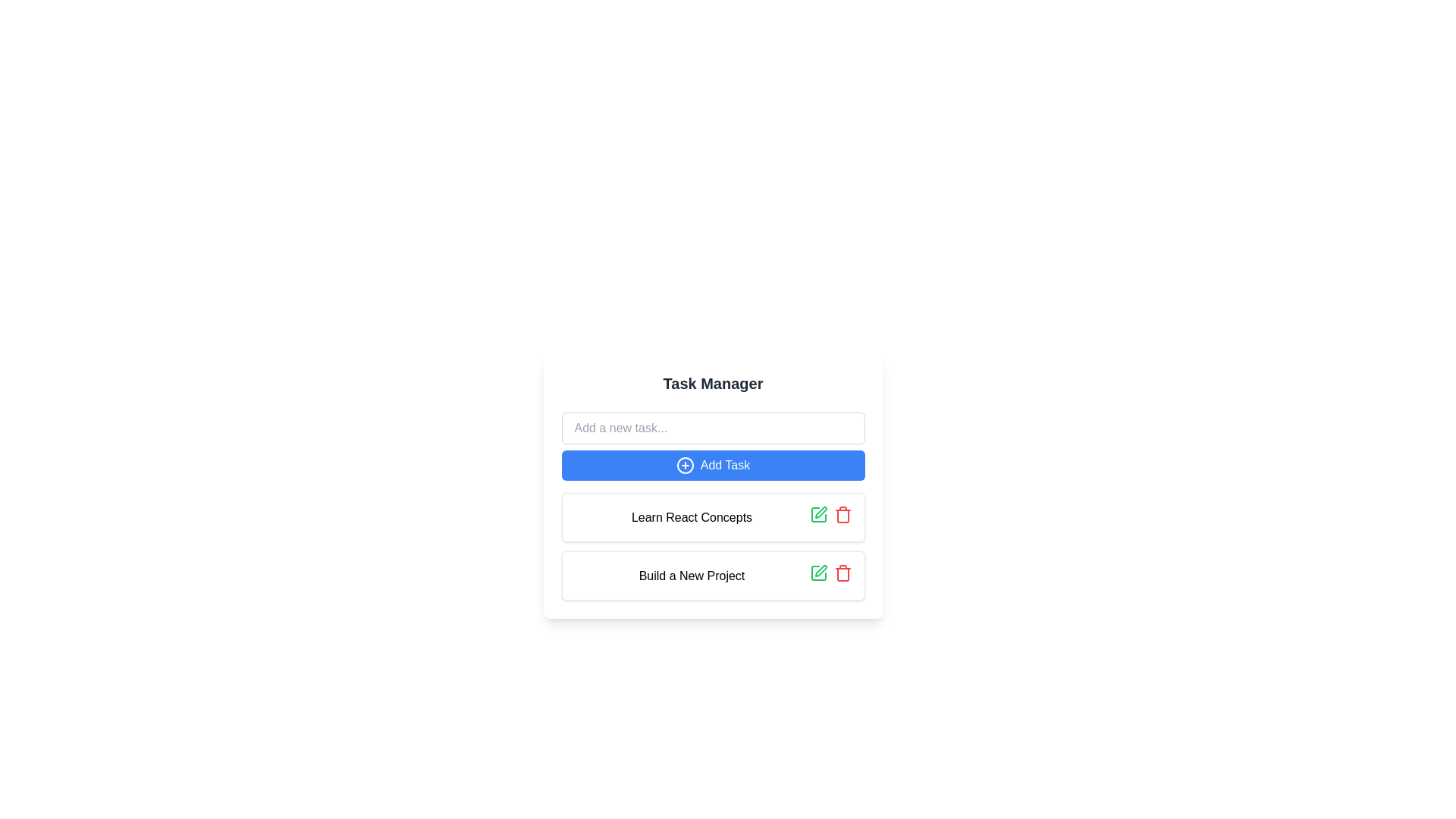 The image size is (1456, 819). What do you see at coordinates (684, 464) in the screenshot?
I see `the circular blue outlined icon with a '+' symbol, located within the 'Add Task' button, to interact with the button` at bounding box center [684, 464].